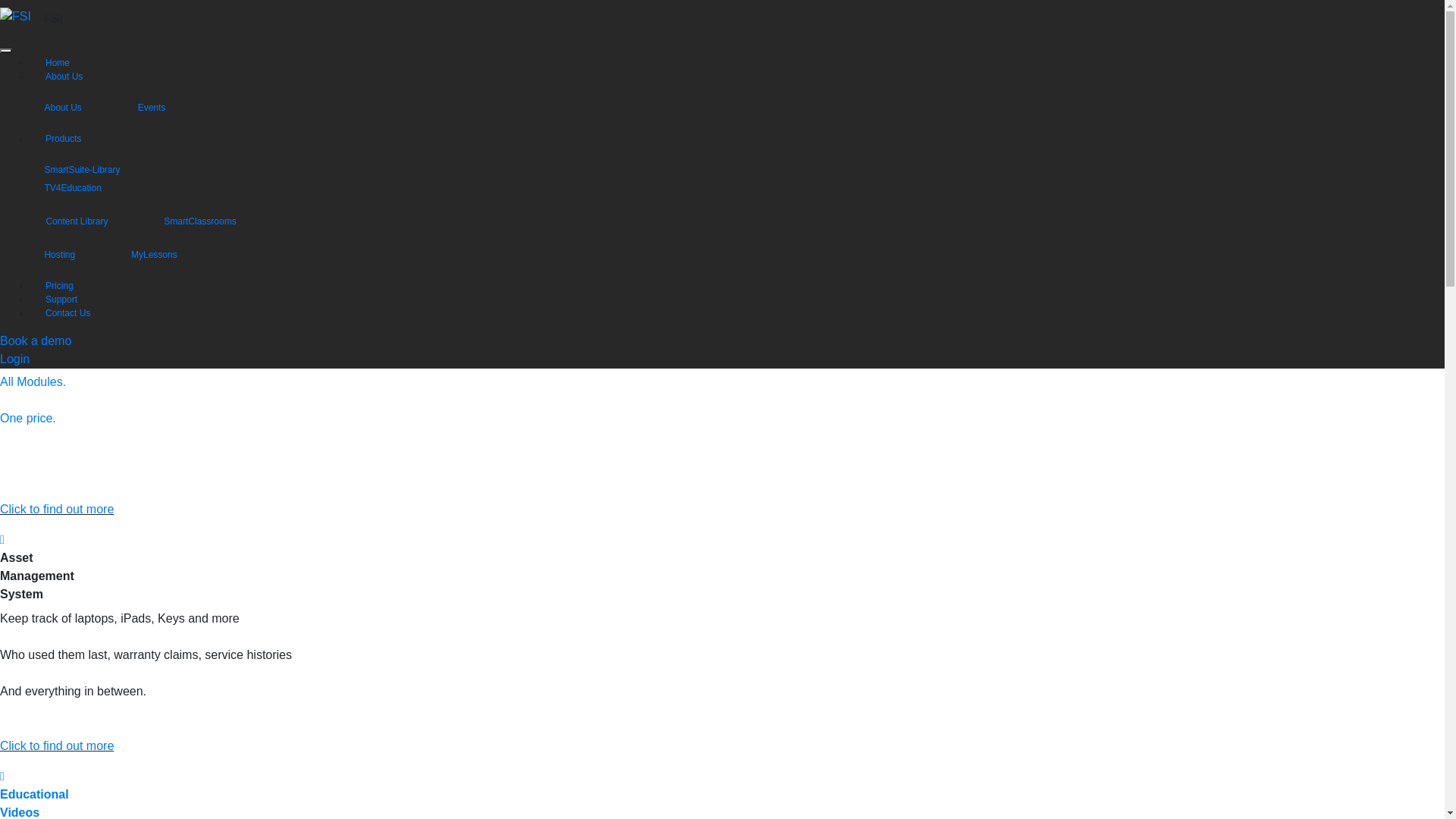  What do you see at coordinates (165, 106) in the screenshot?
I see `'Events'` at bounding box center [165, 106].